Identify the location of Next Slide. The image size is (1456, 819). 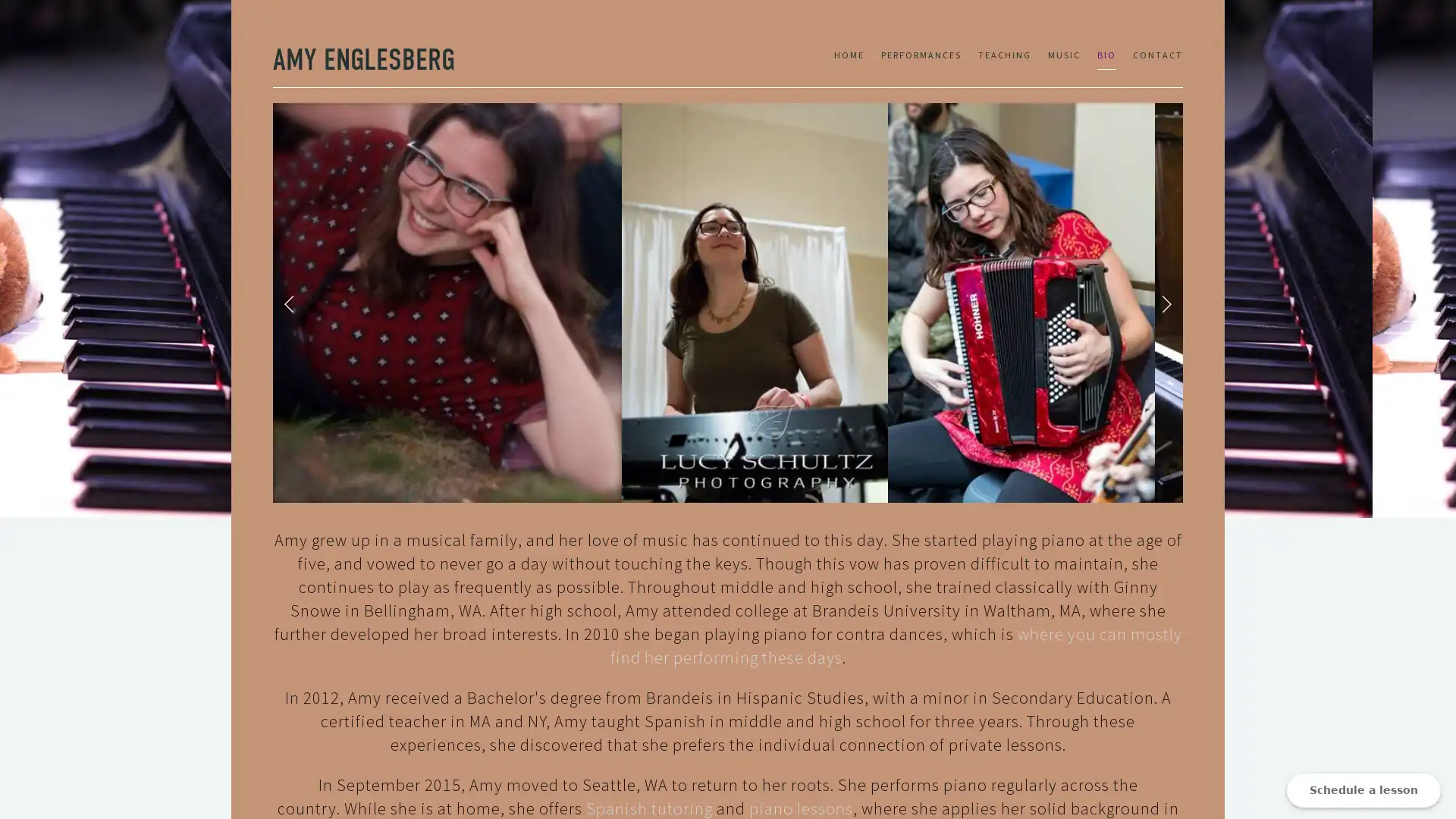
(1165, 302).